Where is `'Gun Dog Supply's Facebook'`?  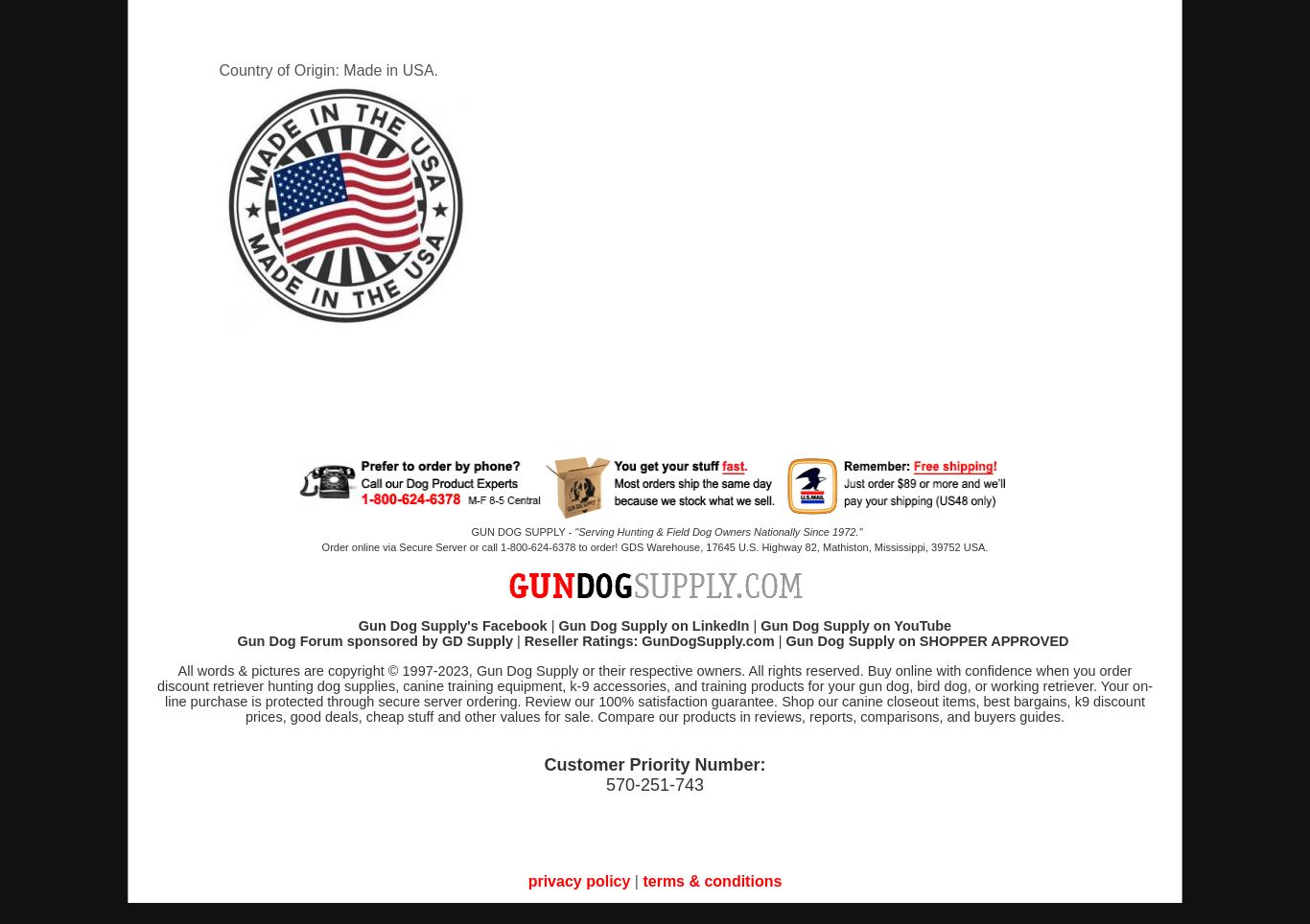 'Gun Dog Supply's Facebook' is located at coordinates (452, 625).